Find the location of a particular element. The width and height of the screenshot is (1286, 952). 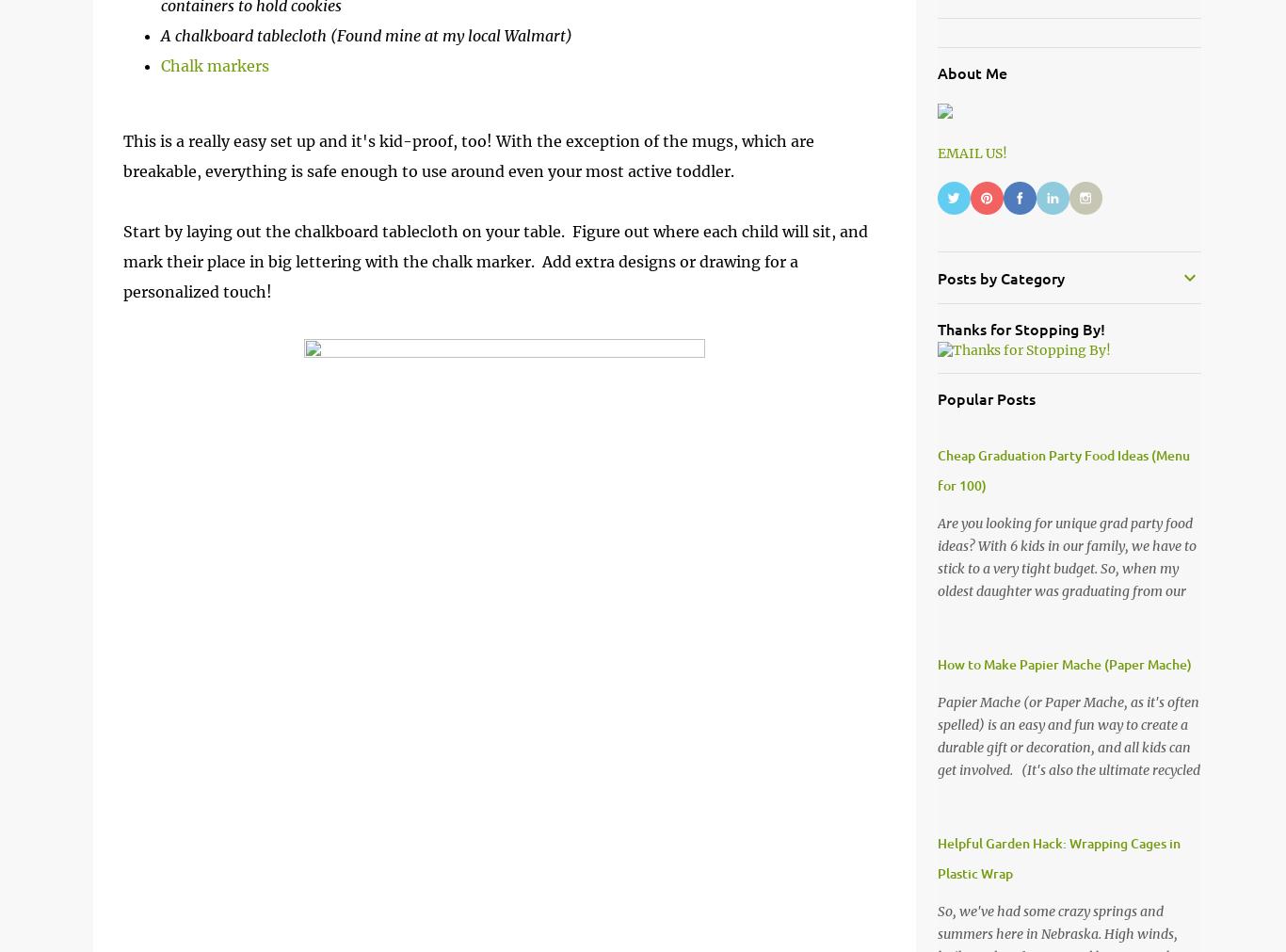

'Thanks for Stopping By!' is located at coordinates (1020, 327).